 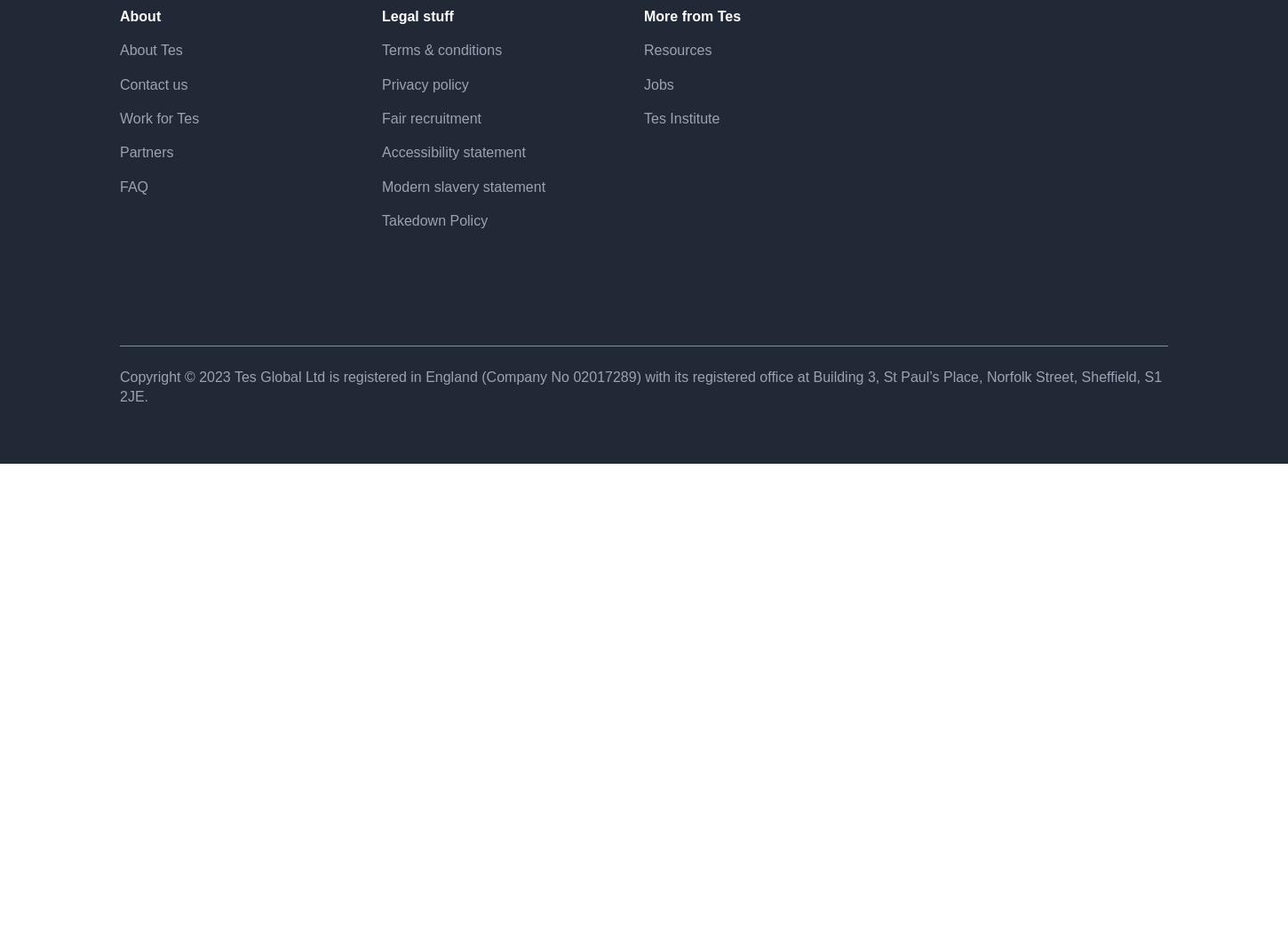 What do you see at coordinates (139, 76) in the screenshot?
I see `'About'` at bounding box center [139, 76].